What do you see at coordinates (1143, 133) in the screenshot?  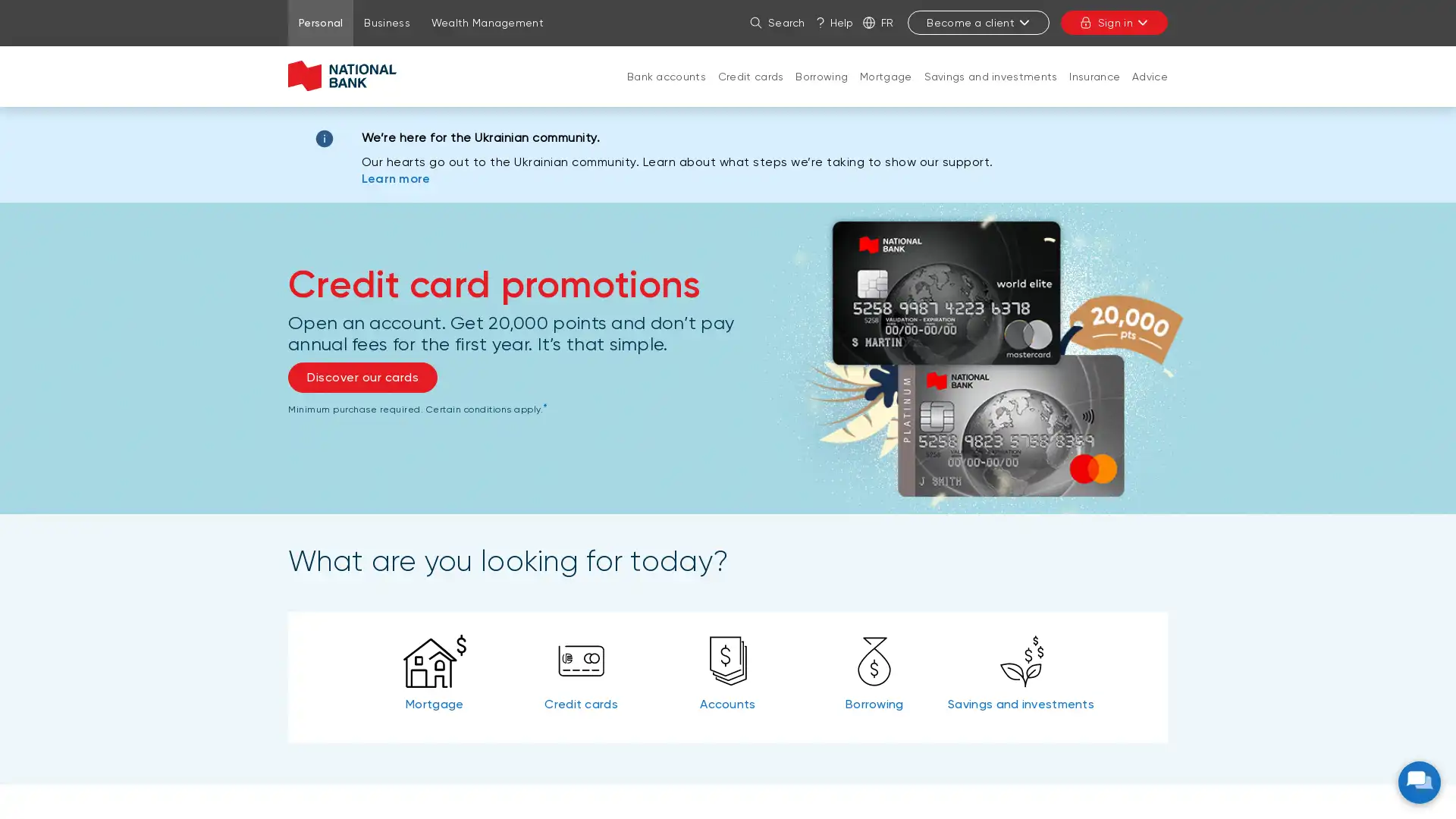 I see `CLOSE` at bounding box center [1143, 133].